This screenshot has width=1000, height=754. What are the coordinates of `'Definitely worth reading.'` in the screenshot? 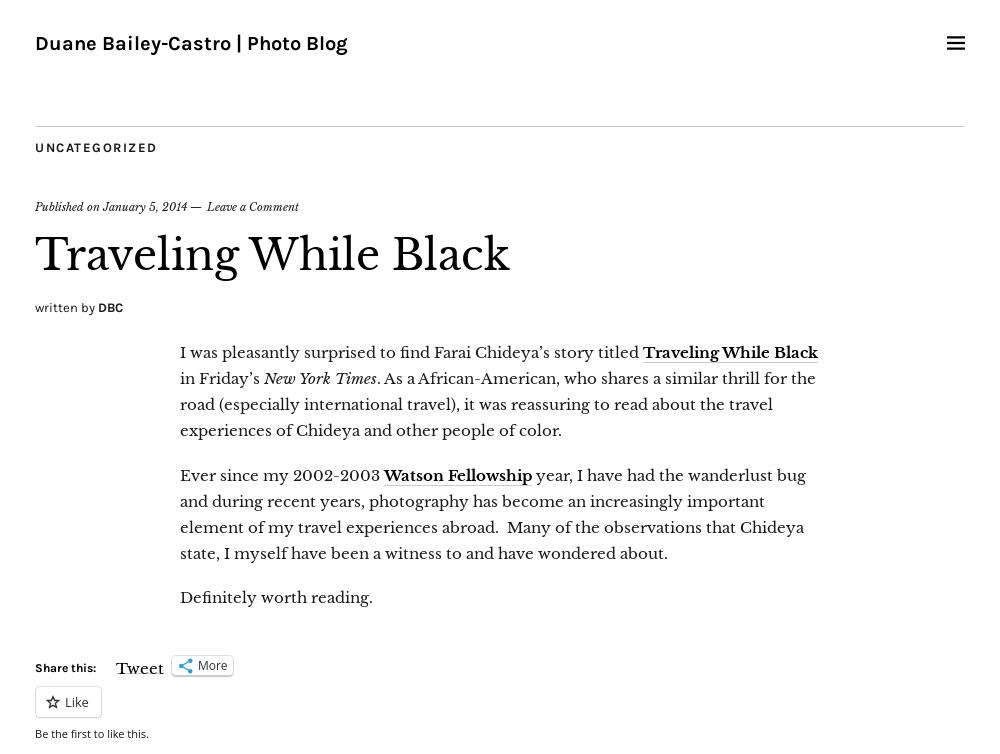 It's located at (180, 596).